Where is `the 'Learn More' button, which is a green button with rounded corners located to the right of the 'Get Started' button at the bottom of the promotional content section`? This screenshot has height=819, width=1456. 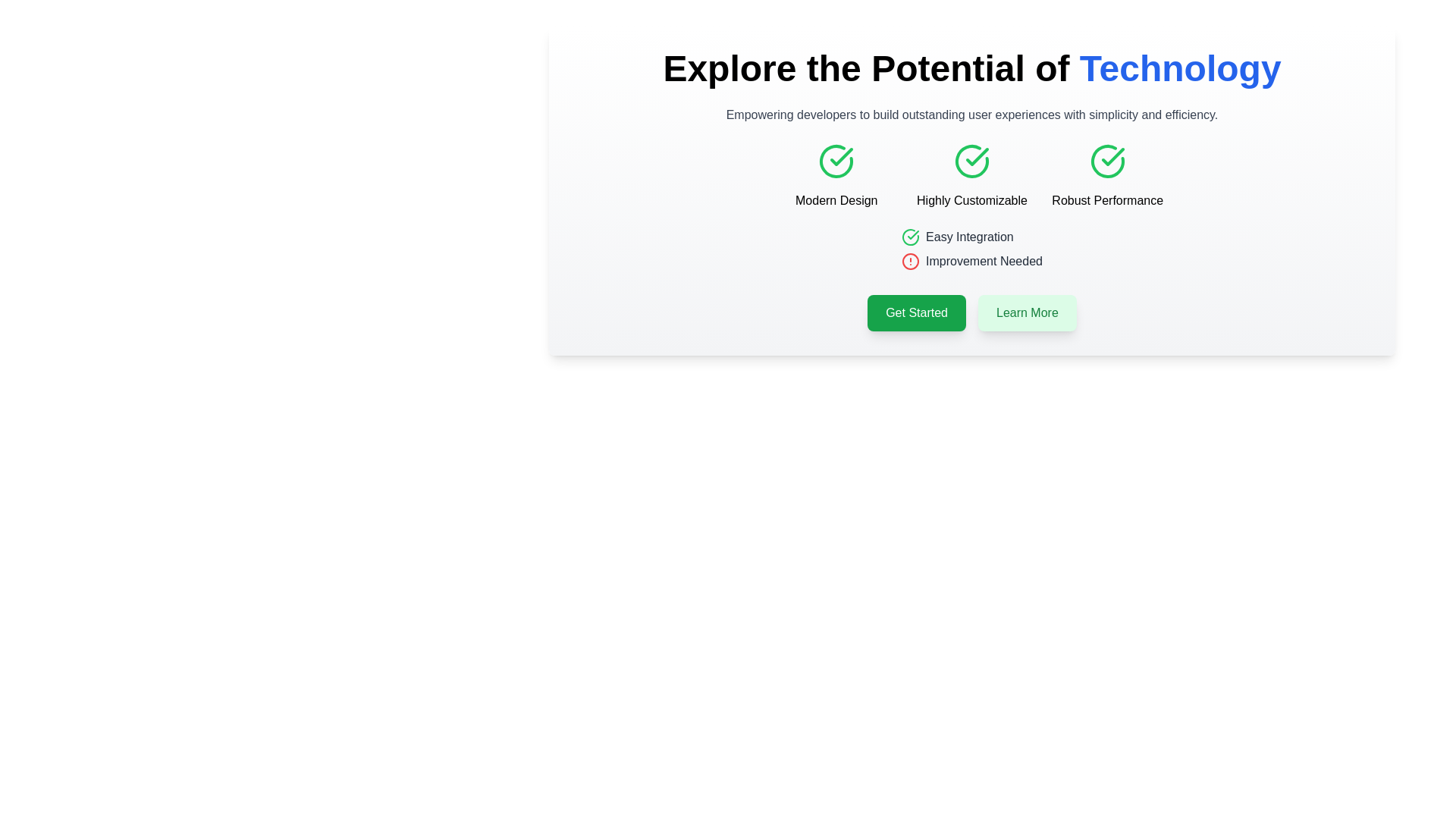
the 'Learn More' button, which is a green button with rounded corners located to the right of the 'Get Started' button at the bottom of the promotional content section is located at coordinates (1026, 312).